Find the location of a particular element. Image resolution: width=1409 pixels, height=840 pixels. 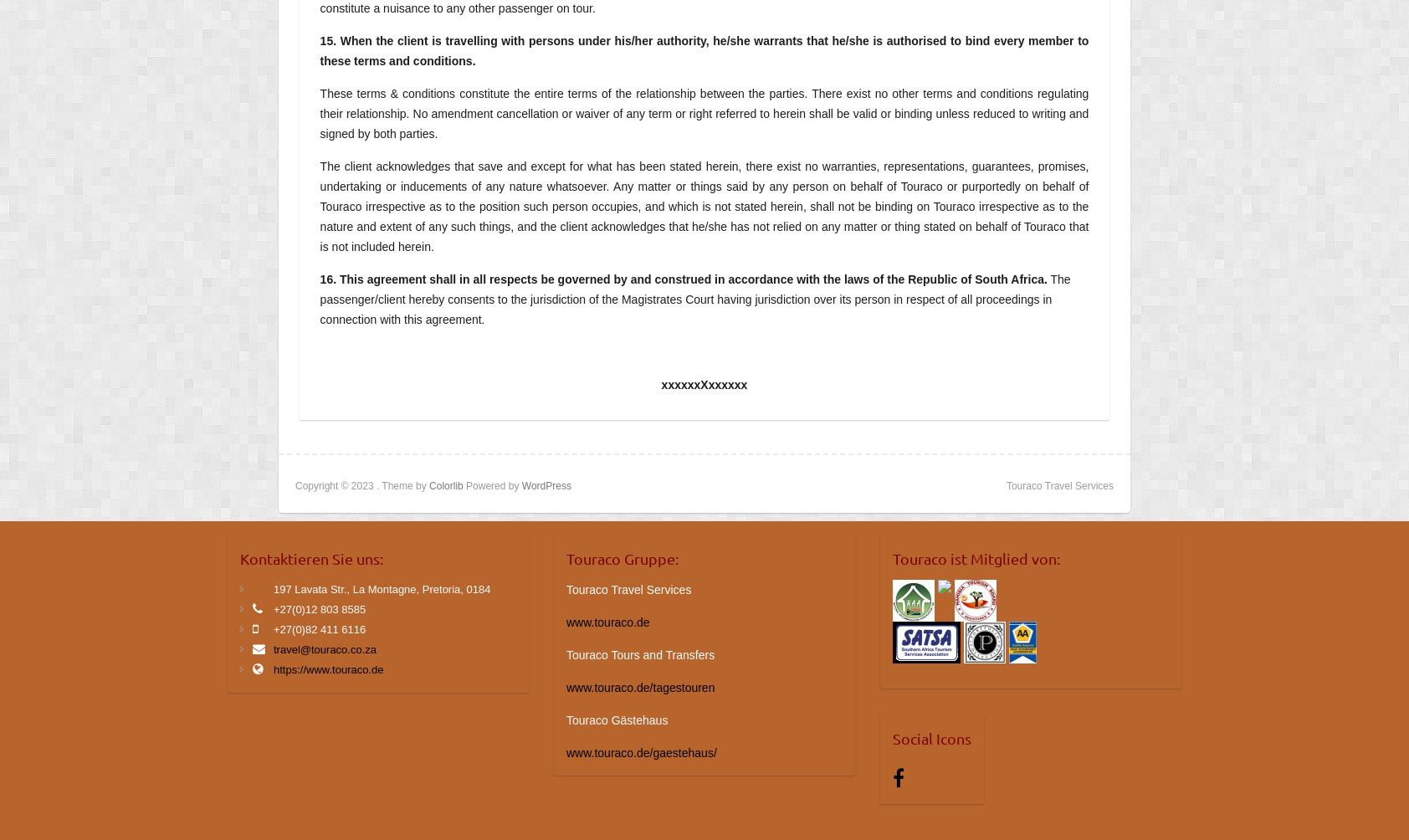

'Powered by' is located at coordinates (491, 485).